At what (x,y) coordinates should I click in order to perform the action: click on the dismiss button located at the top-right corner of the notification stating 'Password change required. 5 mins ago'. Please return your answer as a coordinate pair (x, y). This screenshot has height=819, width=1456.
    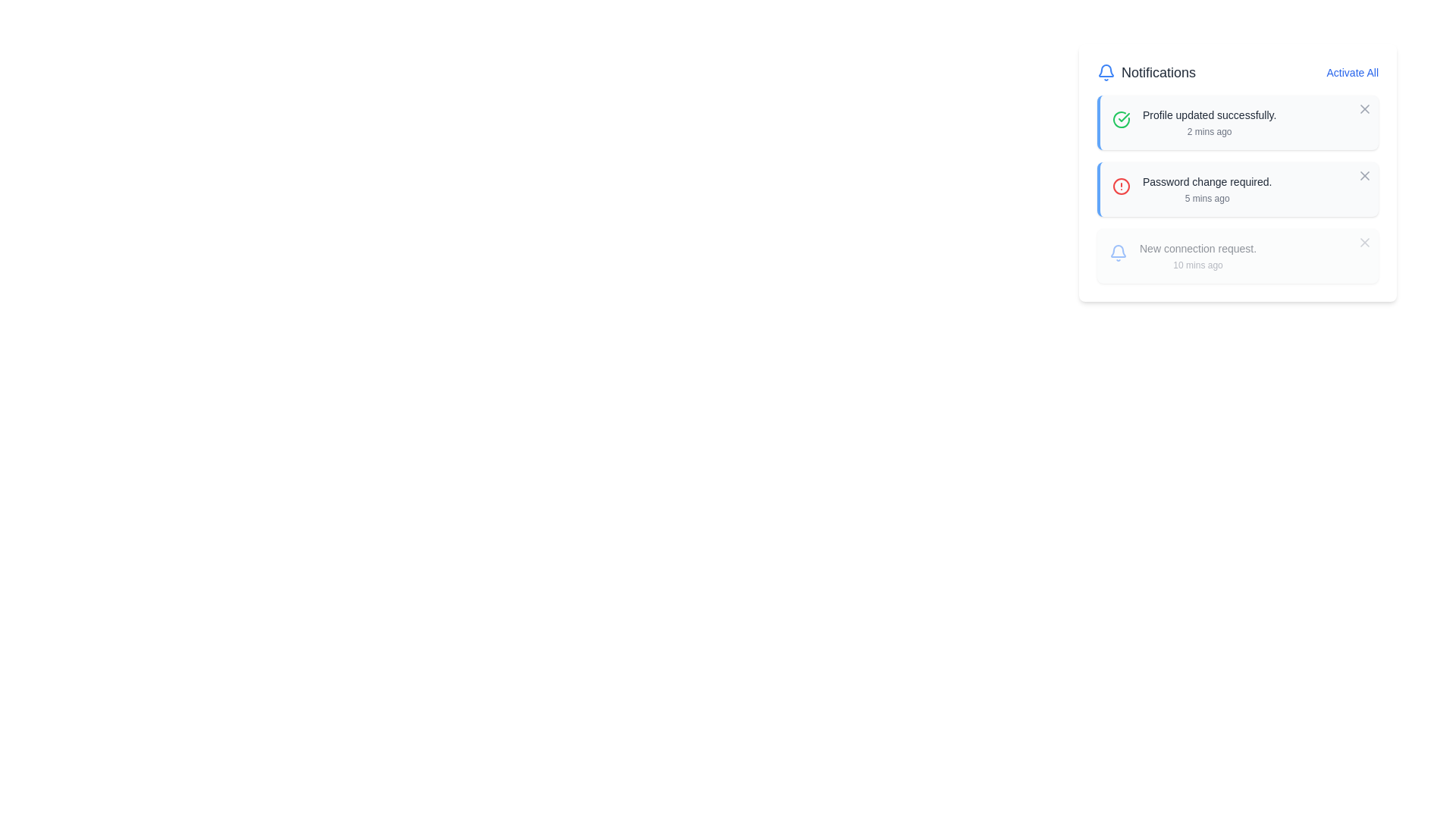
    Looking at the image, I should click on (1365, 174).